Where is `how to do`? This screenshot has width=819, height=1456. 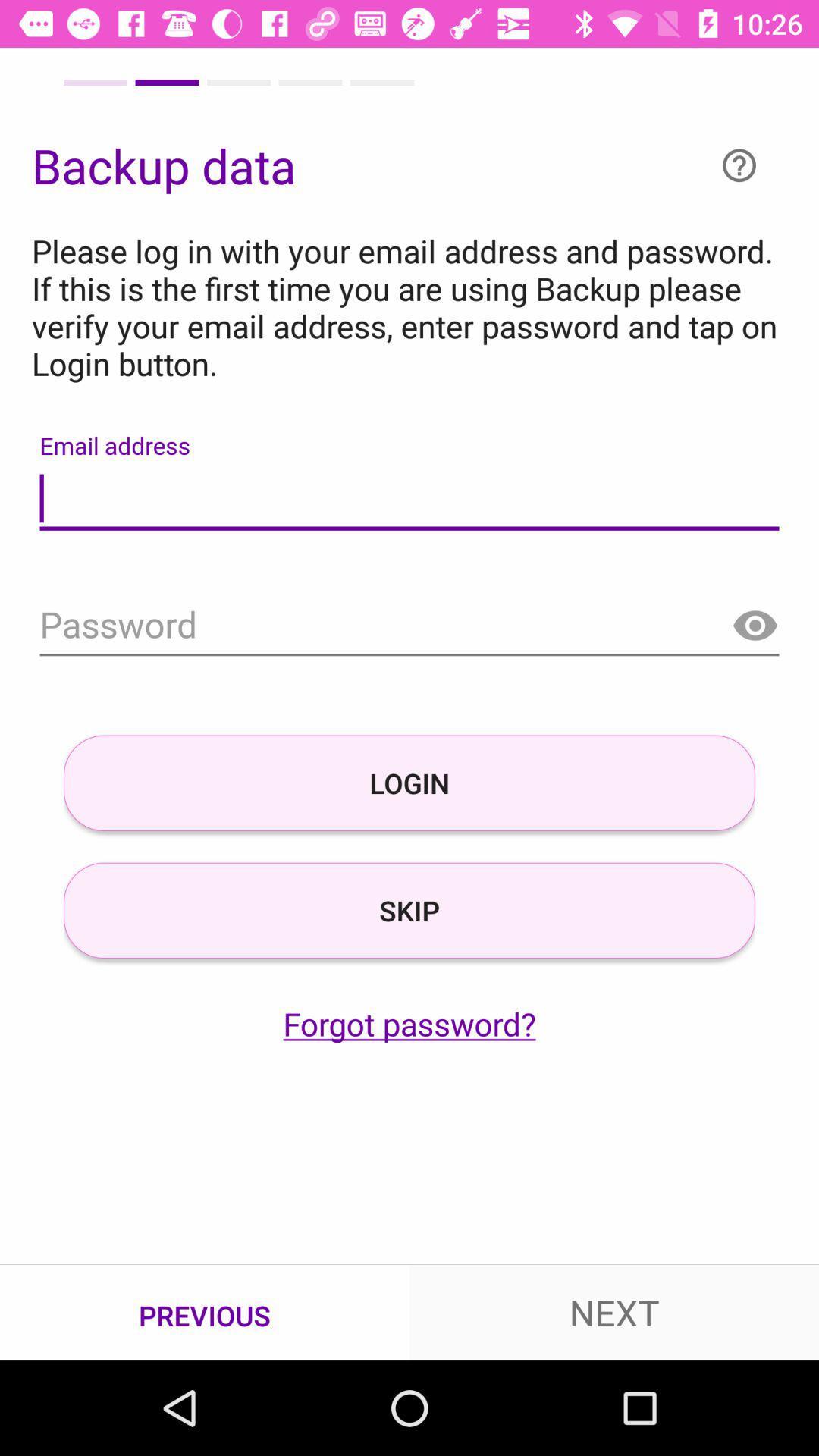 how to do is located at coordinates (739, 165).